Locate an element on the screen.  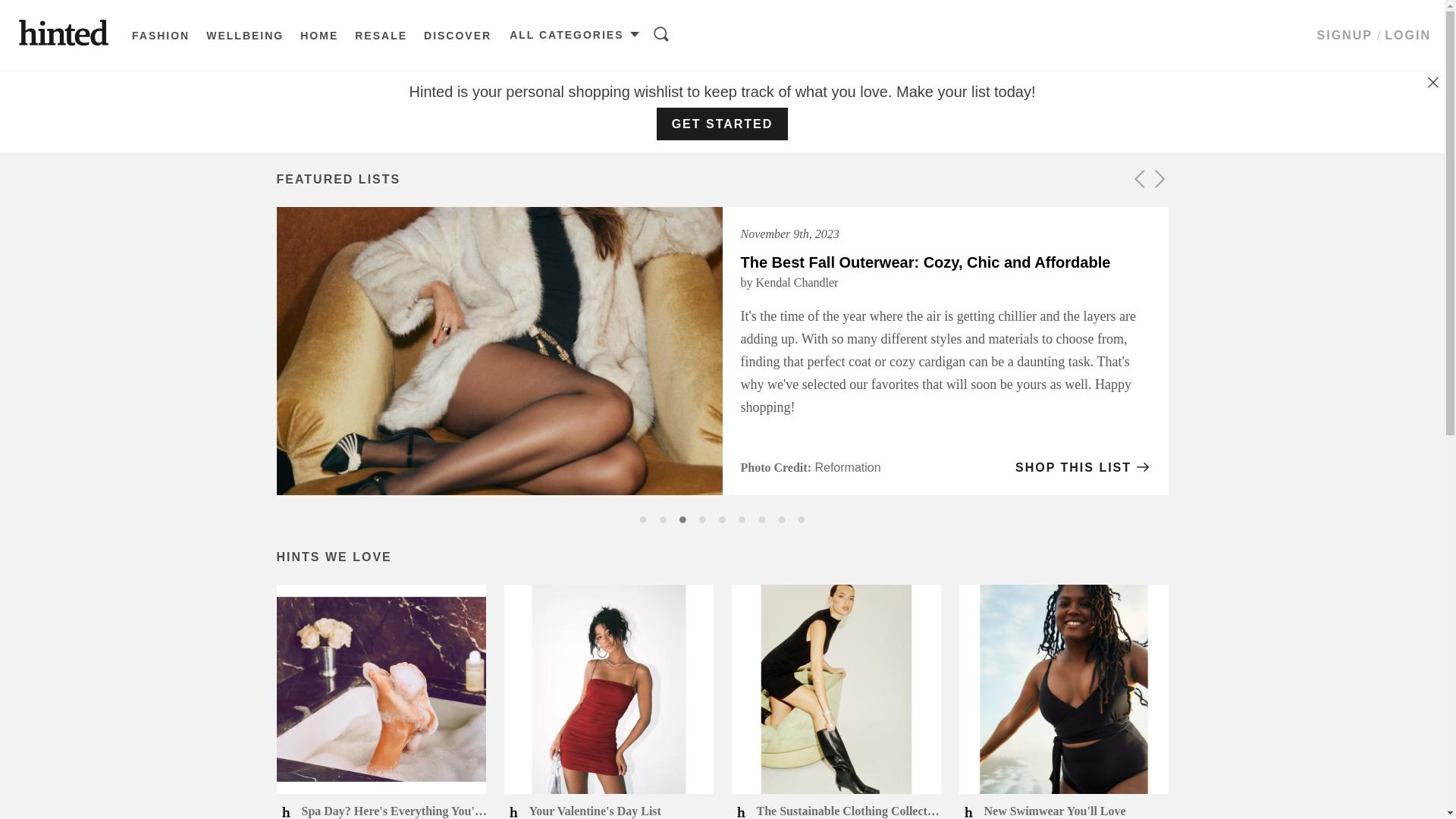
'Dismiss' is located at coordinates (1426, 81).